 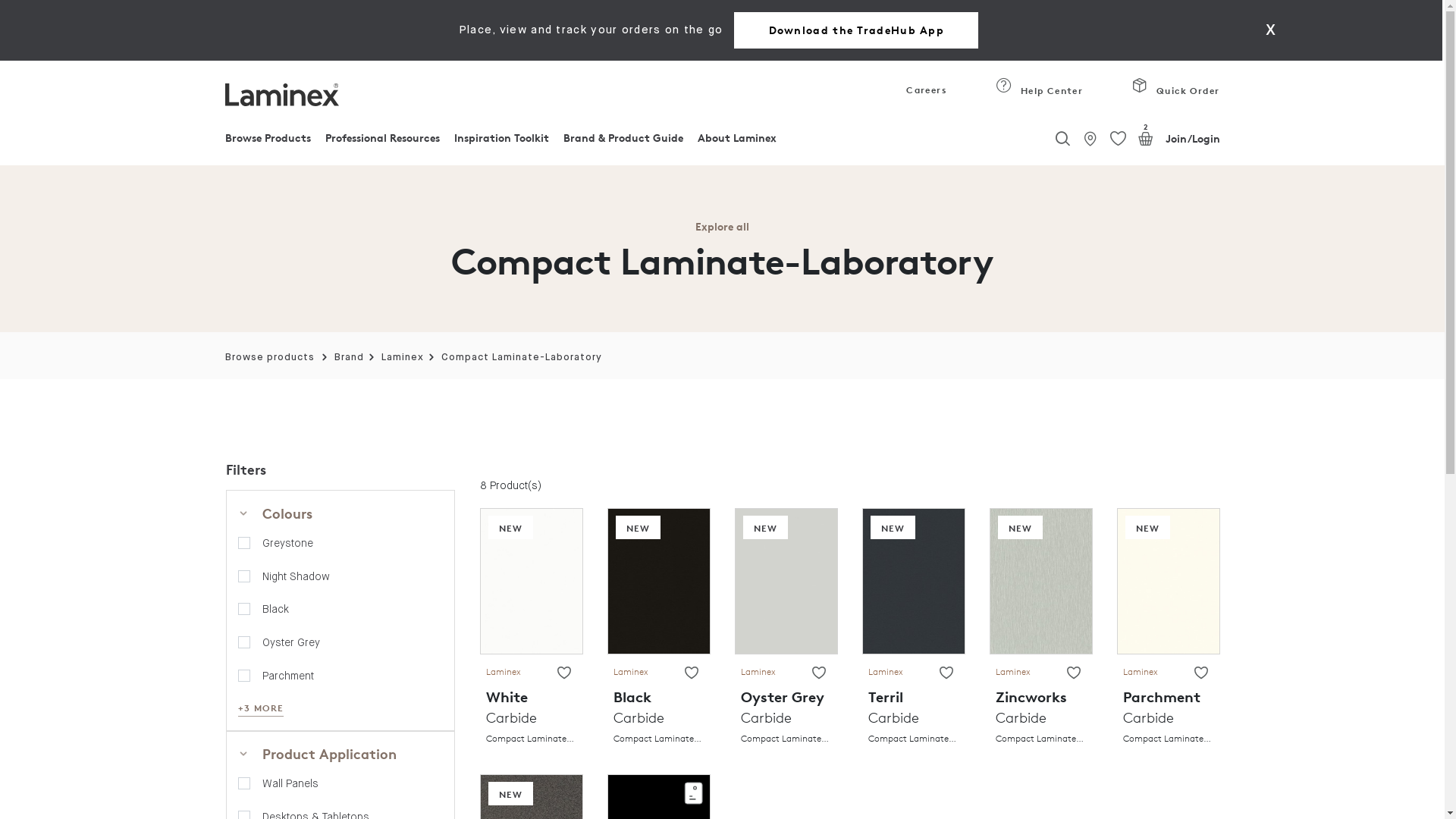 I want to click on 'Browse products', so click(x=269, y=357).